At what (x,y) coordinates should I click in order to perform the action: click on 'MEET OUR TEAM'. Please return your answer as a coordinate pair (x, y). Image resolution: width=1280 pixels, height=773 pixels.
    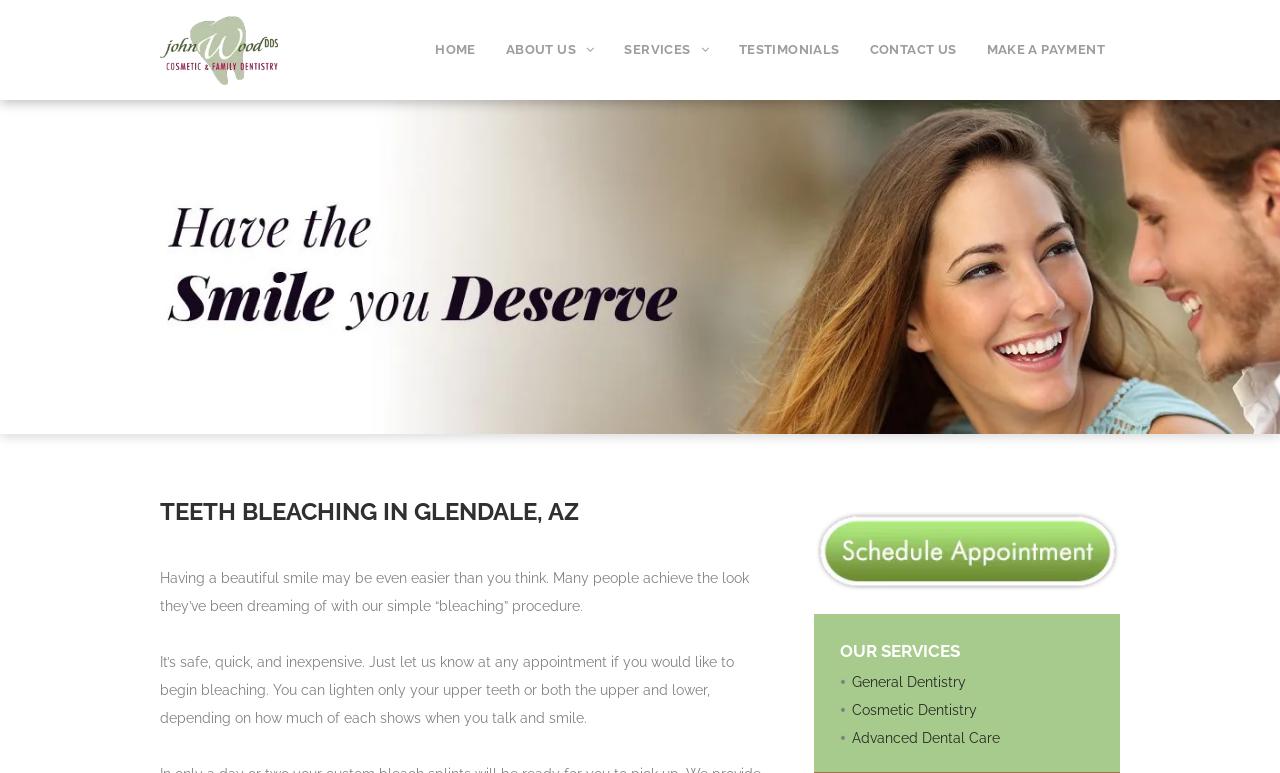
    Looking at the image, I should click on (566, 177).